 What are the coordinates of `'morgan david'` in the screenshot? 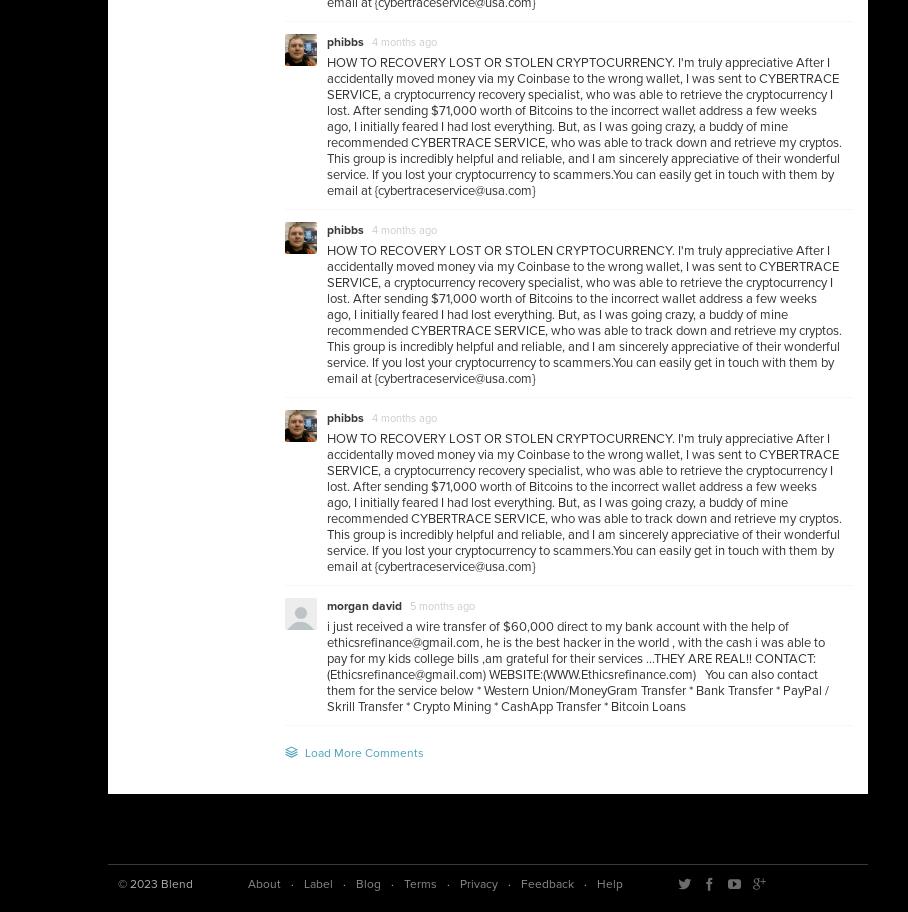 It's located at (325, 605).